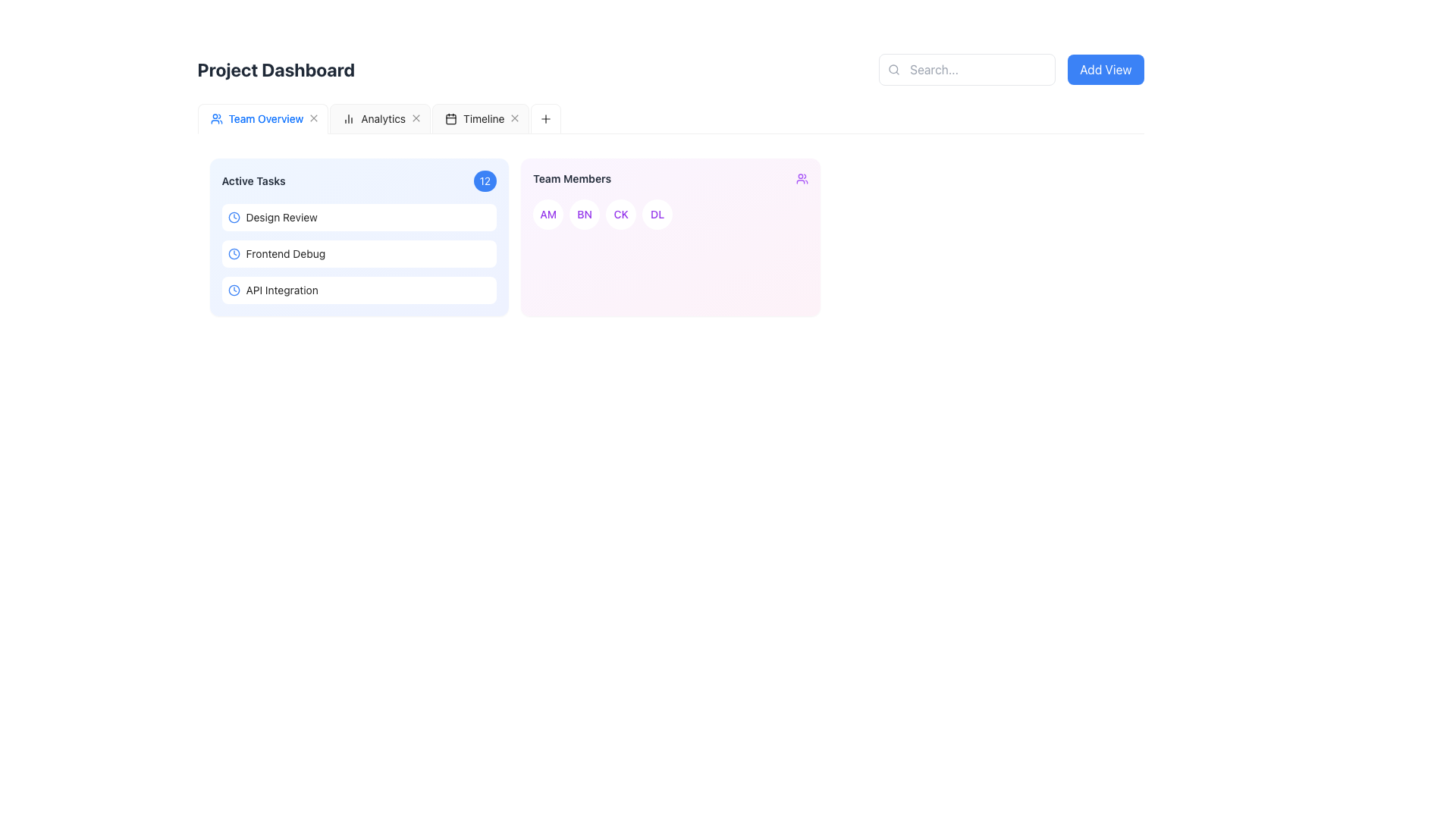 Image resolution: width=1456 pixels, height=819 pixels. What do you see at coordinates (473, 118) in the screenshot?
I see `the third tab from the left on the tab bar` at bounding box center [473, 118].